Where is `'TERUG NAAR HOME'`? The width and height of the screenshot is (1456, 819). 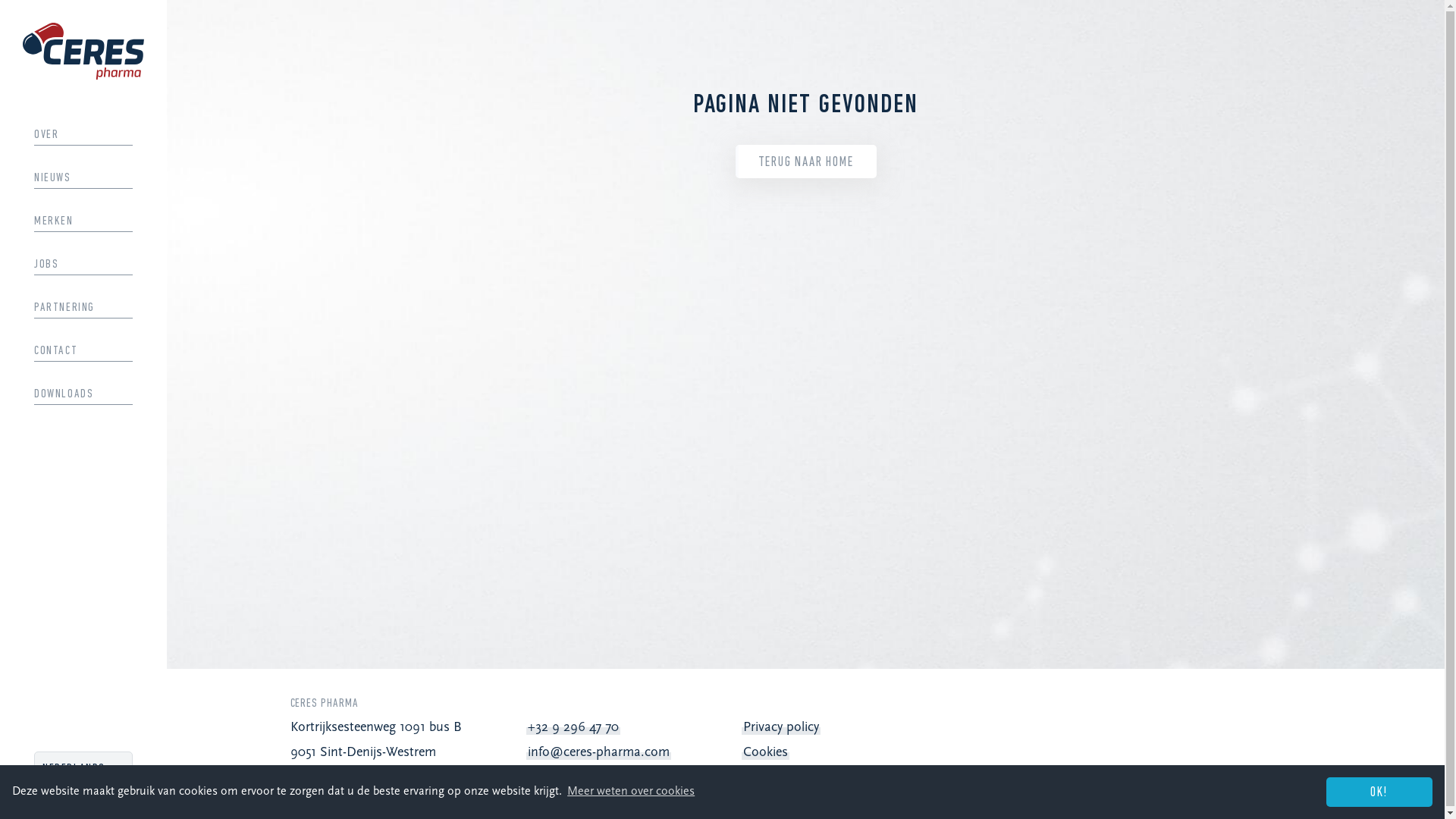
'TERUG NAAR HOME' is located at coordinates (805, 162).